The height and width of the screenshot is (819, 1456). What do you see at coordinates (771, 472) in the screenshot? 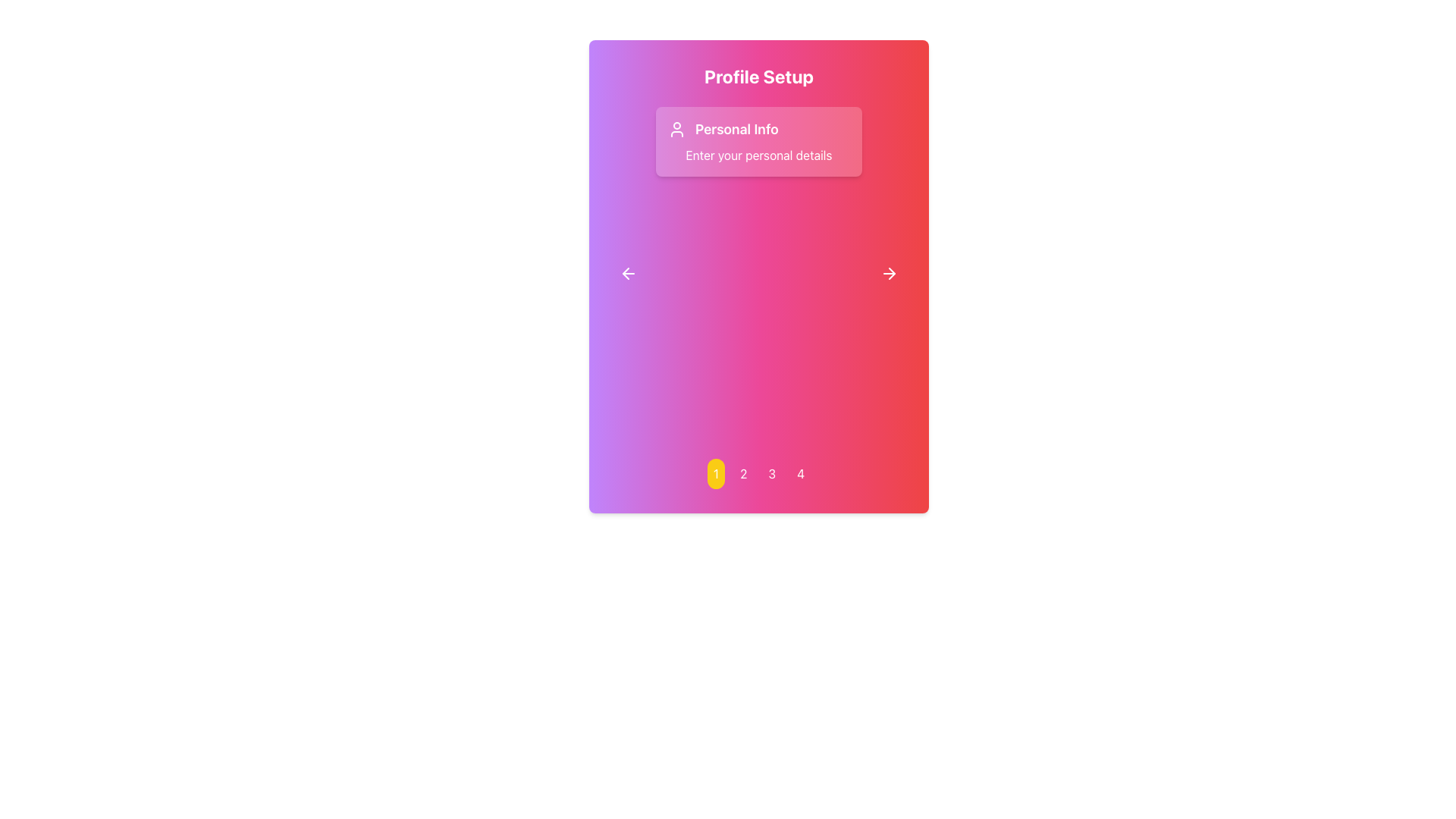
I see `the third circular button from the left in a row of four buttons` at bounding box center [771, 472].